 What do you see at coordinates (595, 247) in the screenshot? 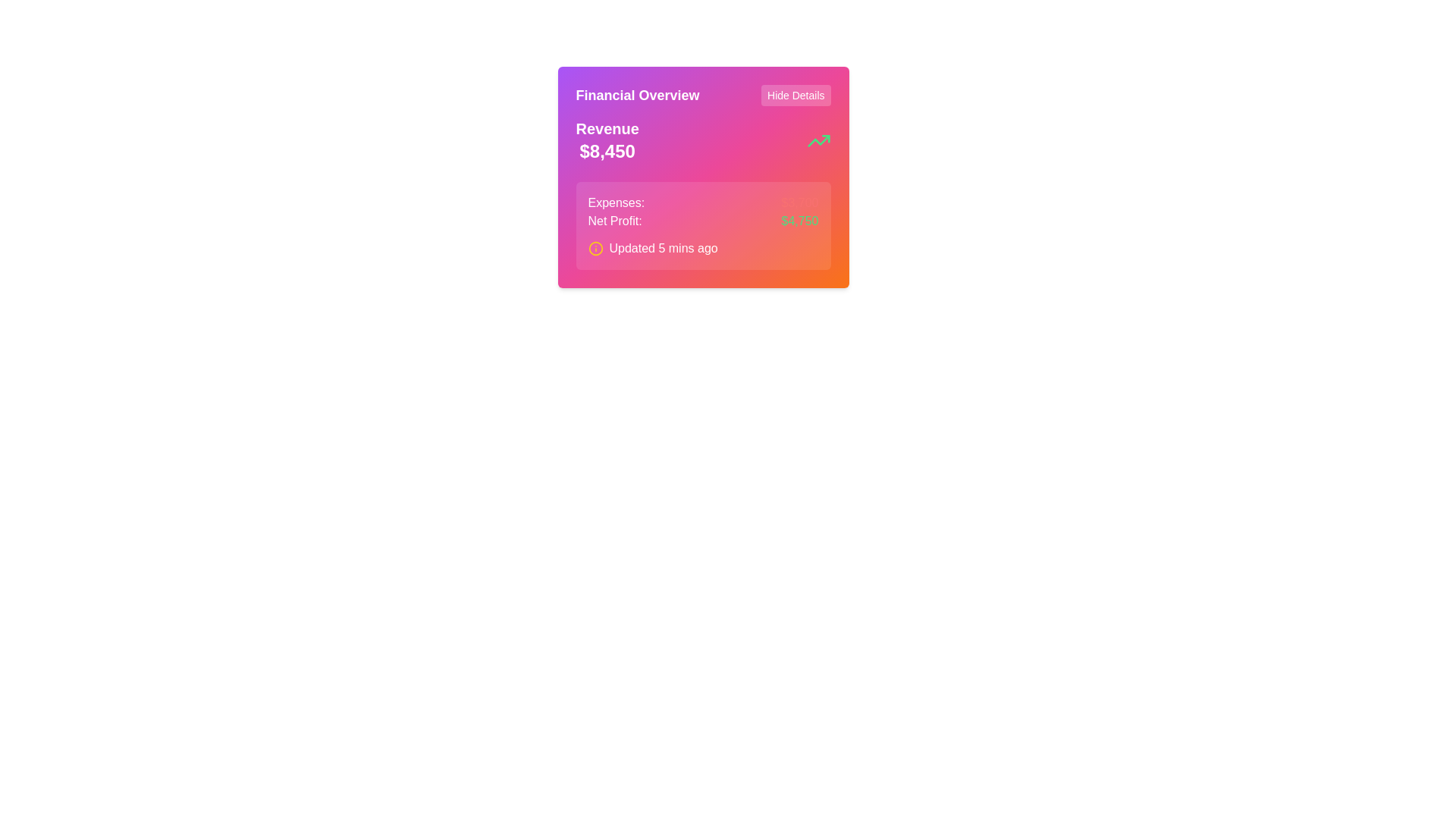
I see `the SVG Circle icon located at the bottom-left corner of the card component next to the text 'Updated 5 mins ago'` at bounding box center [595, 247].